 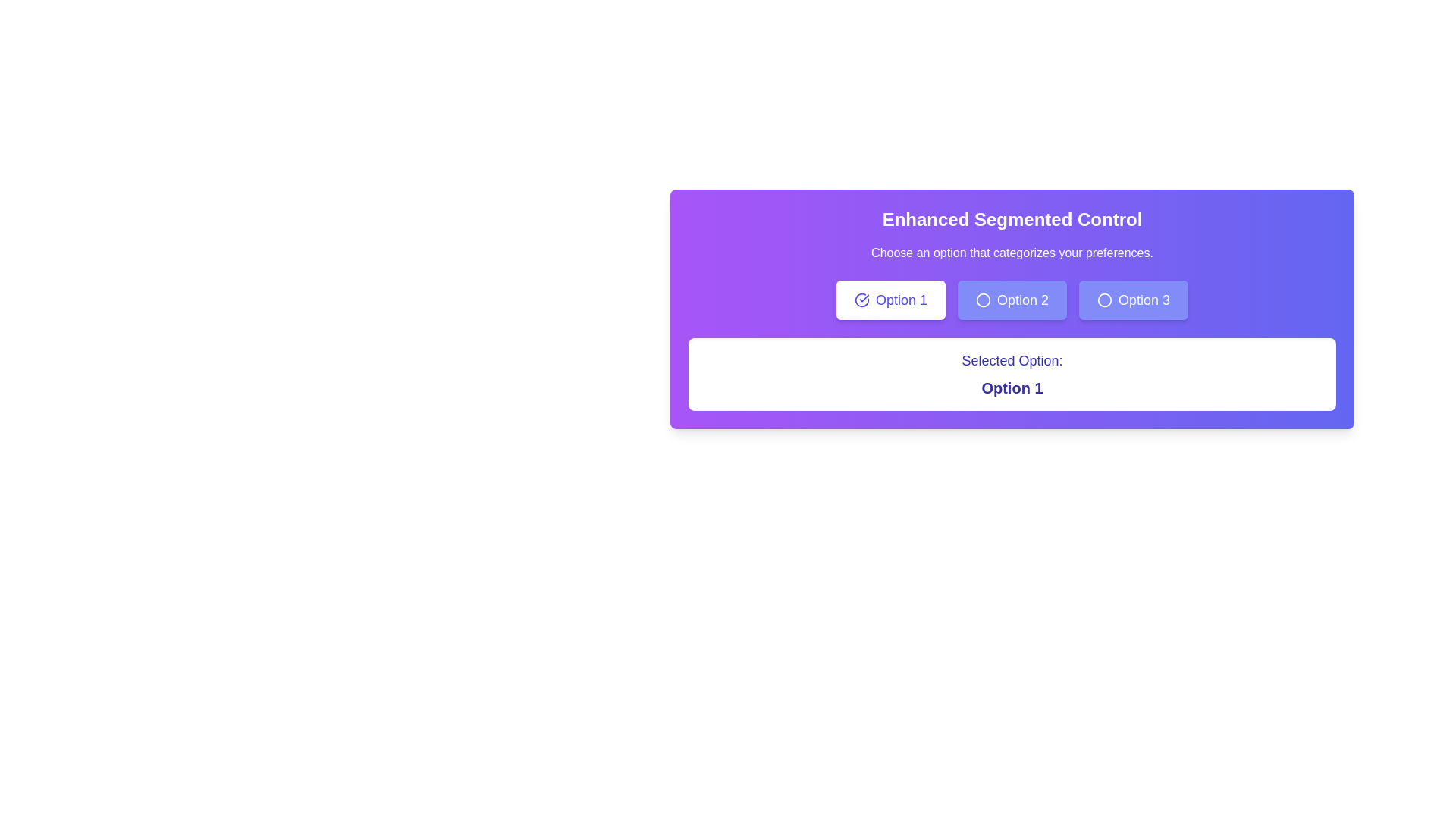 I want to click on the circular icon within the 'Option 3' button, so click(x=1105, y=300).